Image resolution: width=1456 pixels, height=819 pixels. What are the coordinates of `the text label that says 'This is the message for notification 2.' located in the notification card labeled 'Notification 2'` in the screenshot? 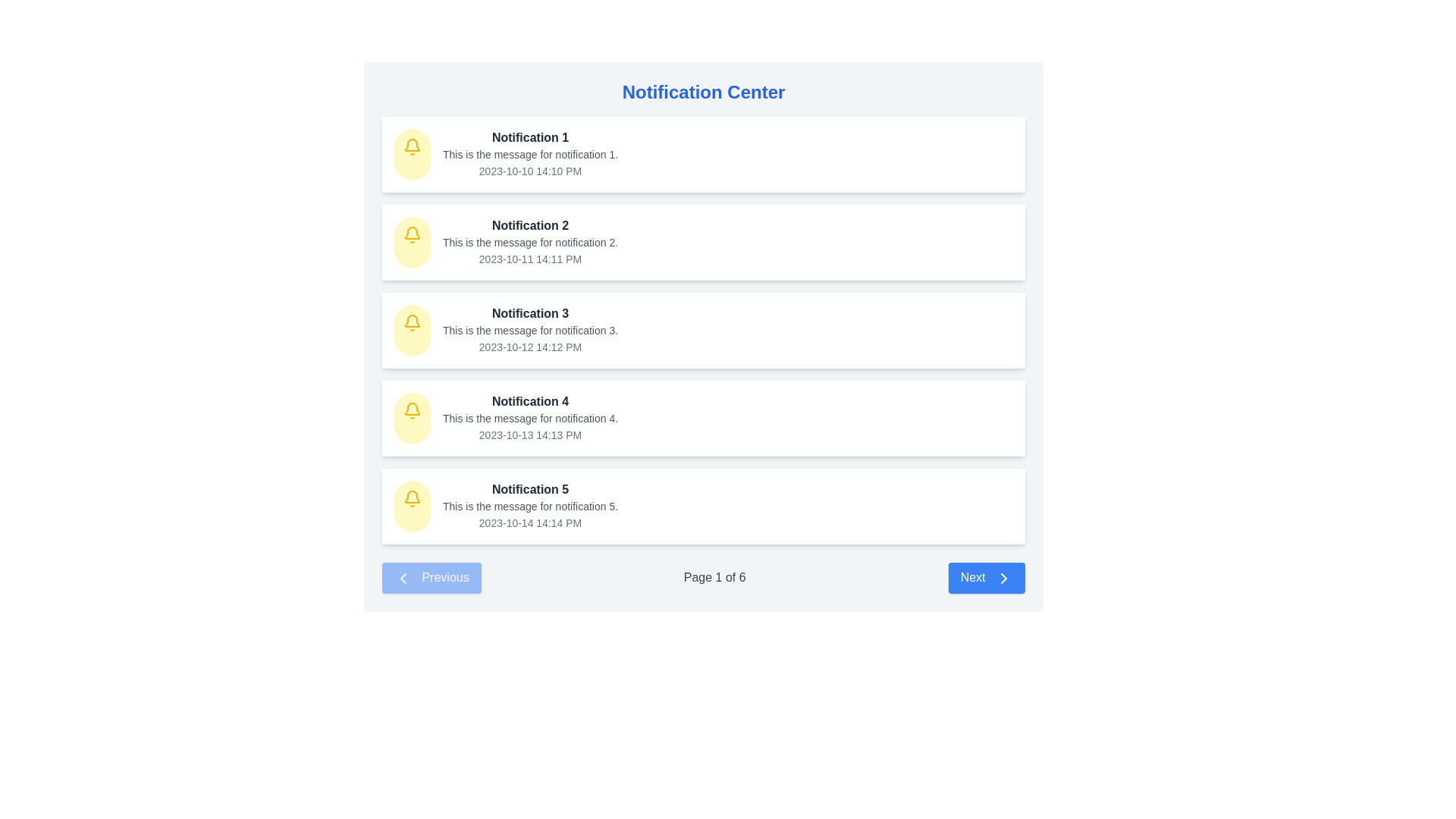 It's located at (530, 242).